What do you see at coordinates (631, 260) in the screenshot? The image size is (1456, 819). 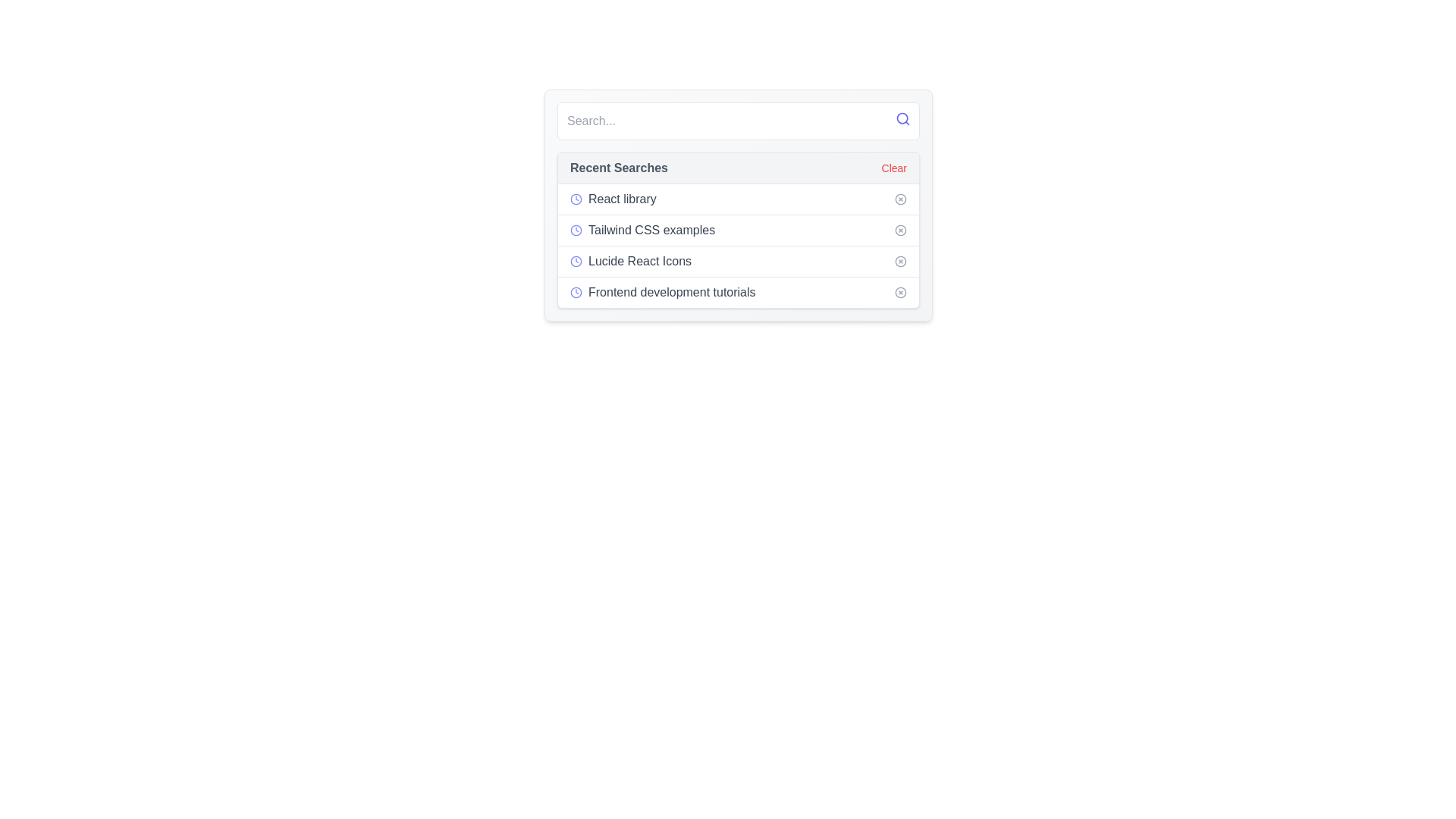 I see `the clock icon of the third search history item, which is between 'Tailwind CSS examples' and 'Frontend development tutorials'` at bounding box center [631, 260].